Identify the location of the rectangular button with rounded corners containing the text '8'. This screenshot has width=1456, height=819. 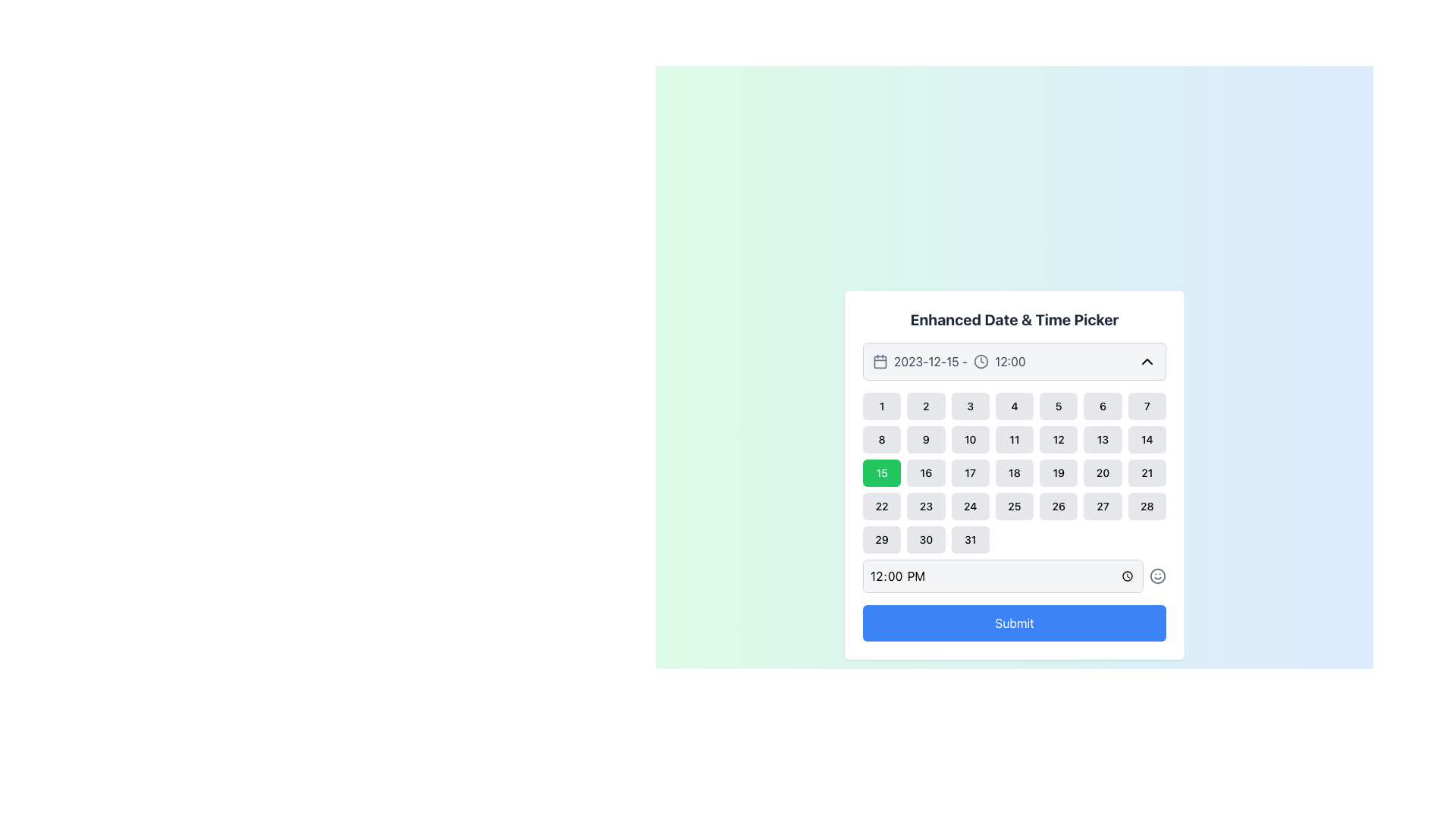
(882, 439).